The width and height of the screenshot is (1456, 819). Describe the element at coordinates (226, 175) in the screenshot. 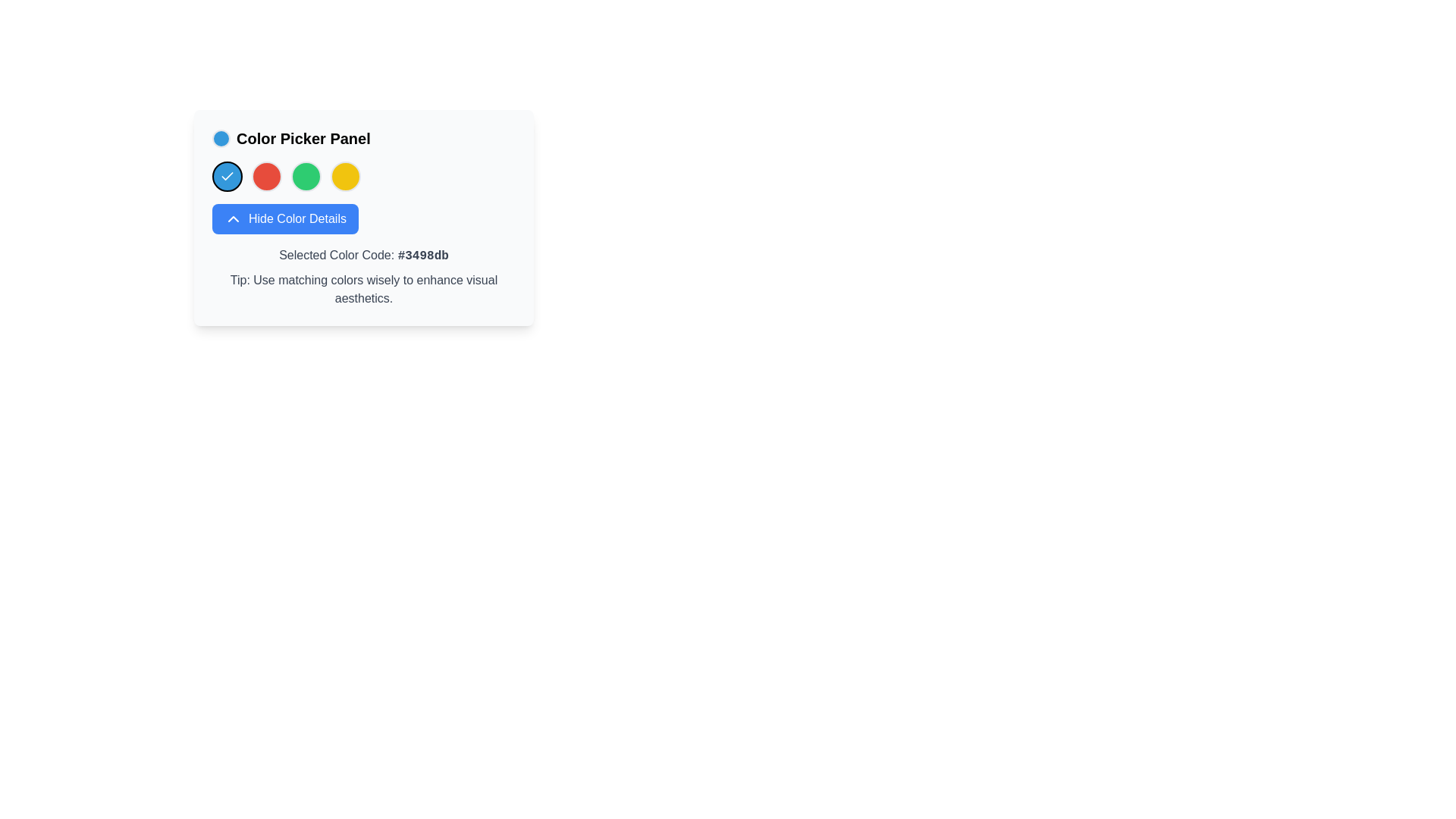

I see `the circular blue button with a black border and a white checkmark icon` at that location.